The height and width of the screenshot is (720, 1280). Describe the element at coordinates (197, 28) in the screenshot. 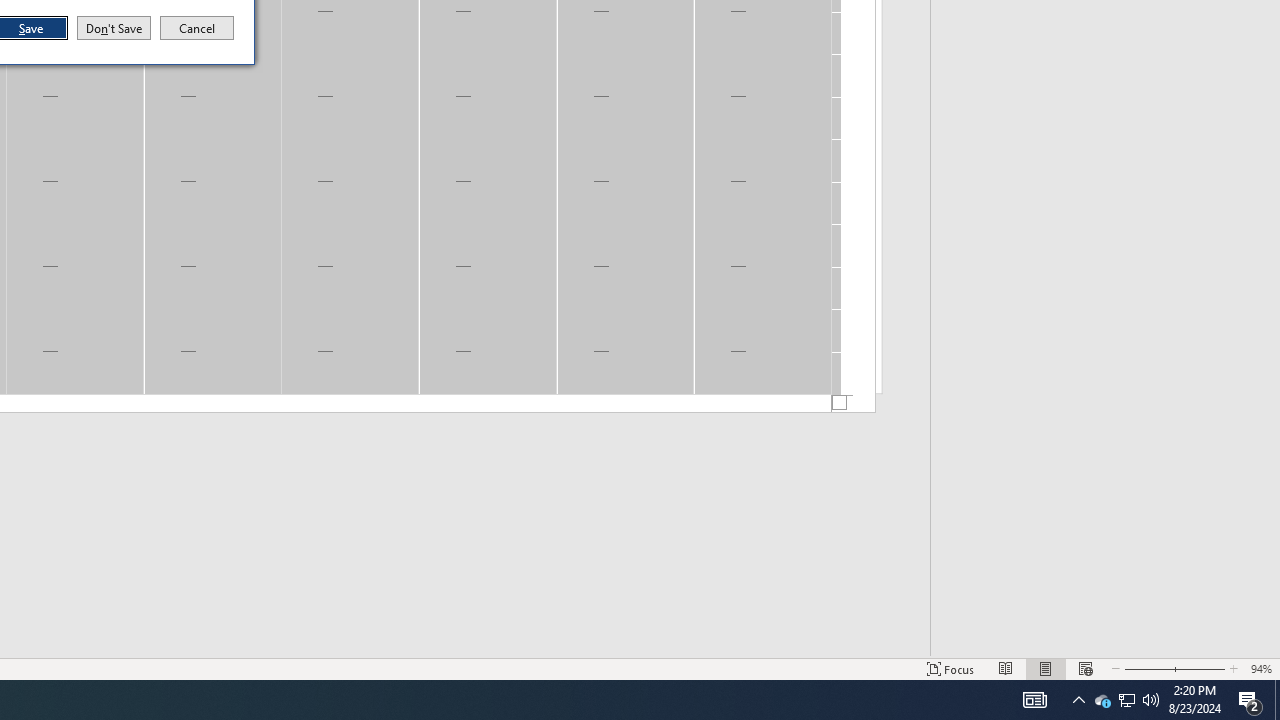

I see `'Cancel'` at that location.